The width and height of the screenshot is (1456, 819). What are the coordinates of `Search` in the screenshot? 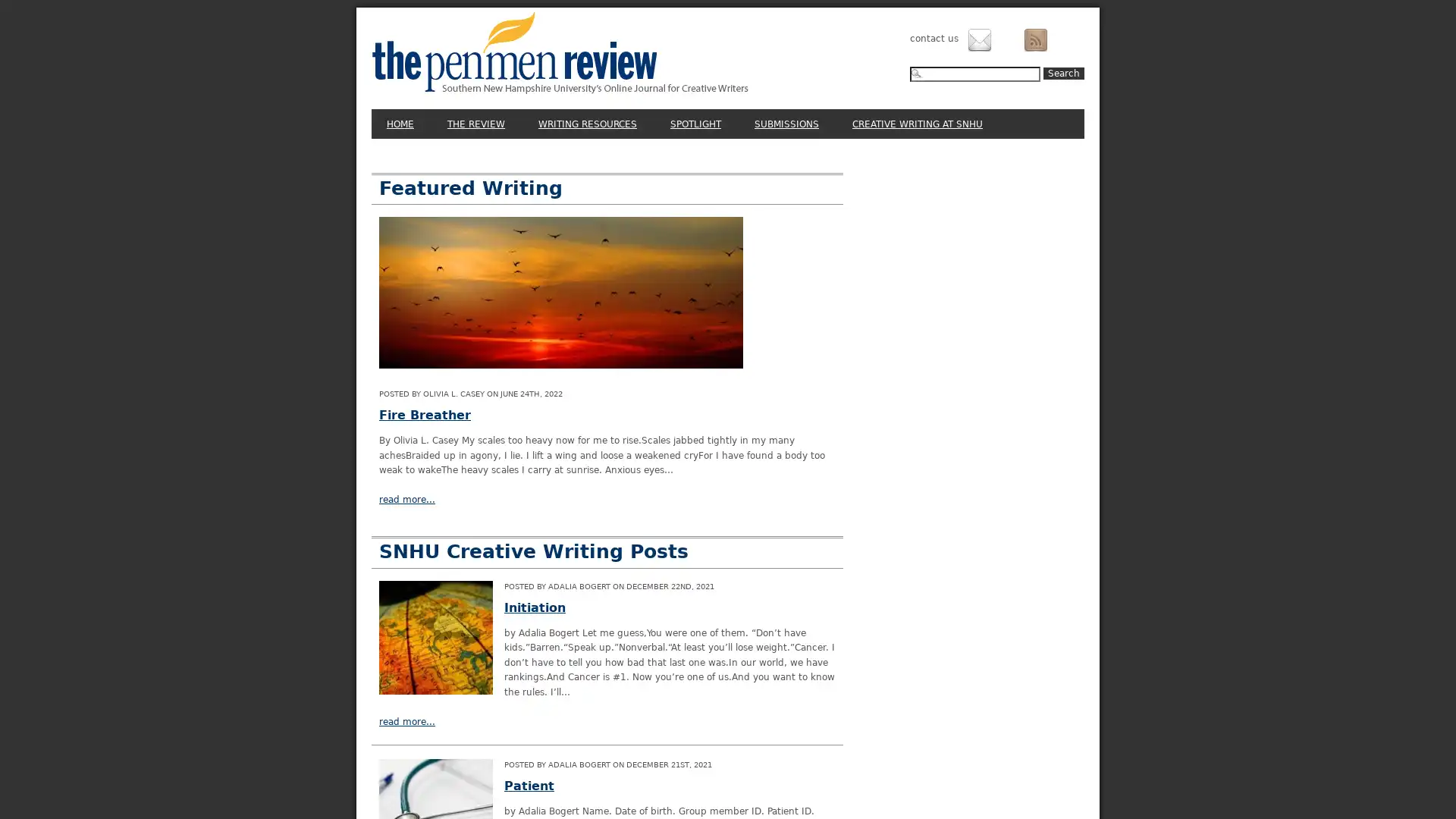 It's located at (1062, 73).